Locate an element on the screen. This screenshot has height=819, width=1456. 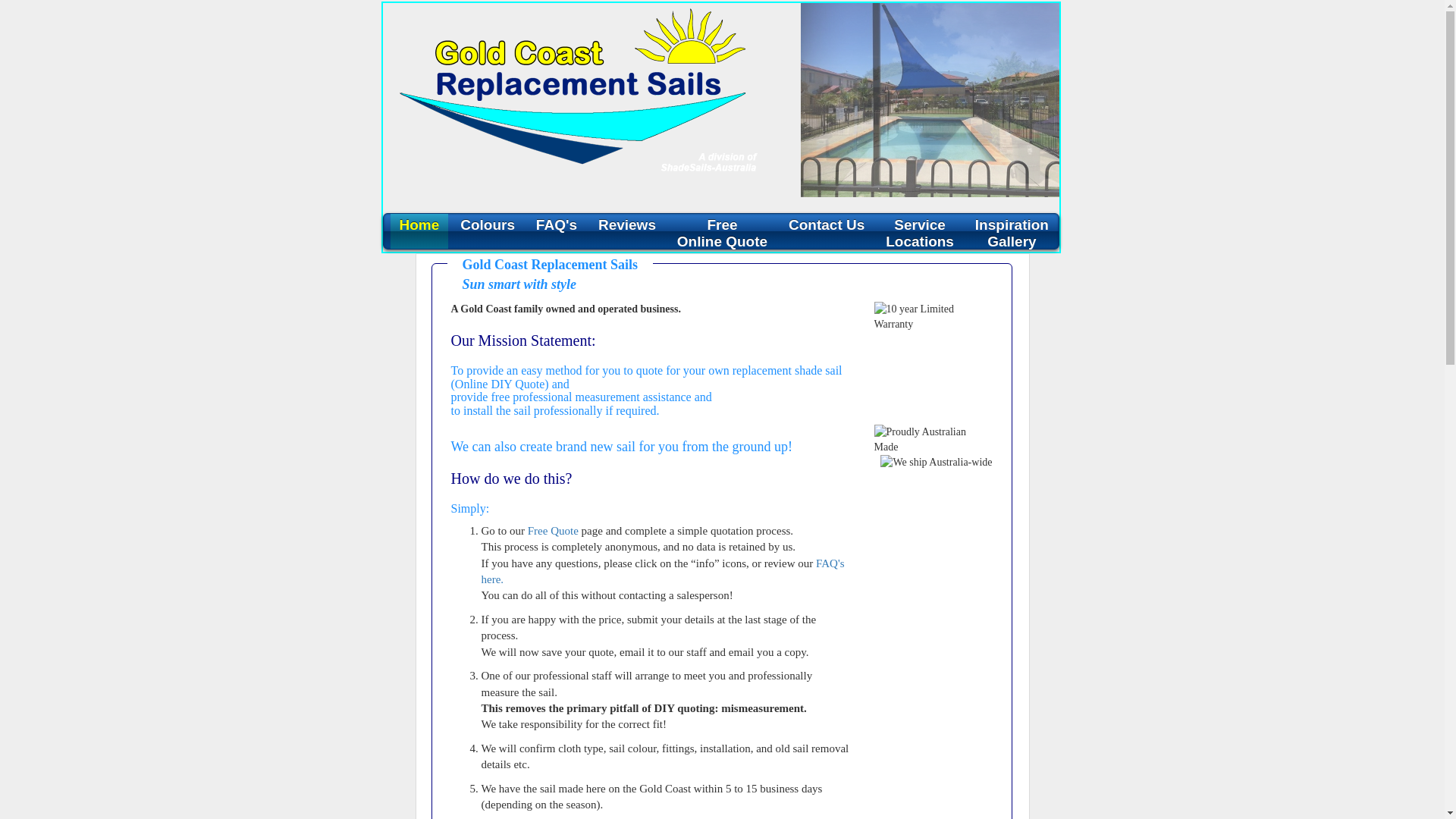
'Free Quote' is located at coordinates (552, 529).